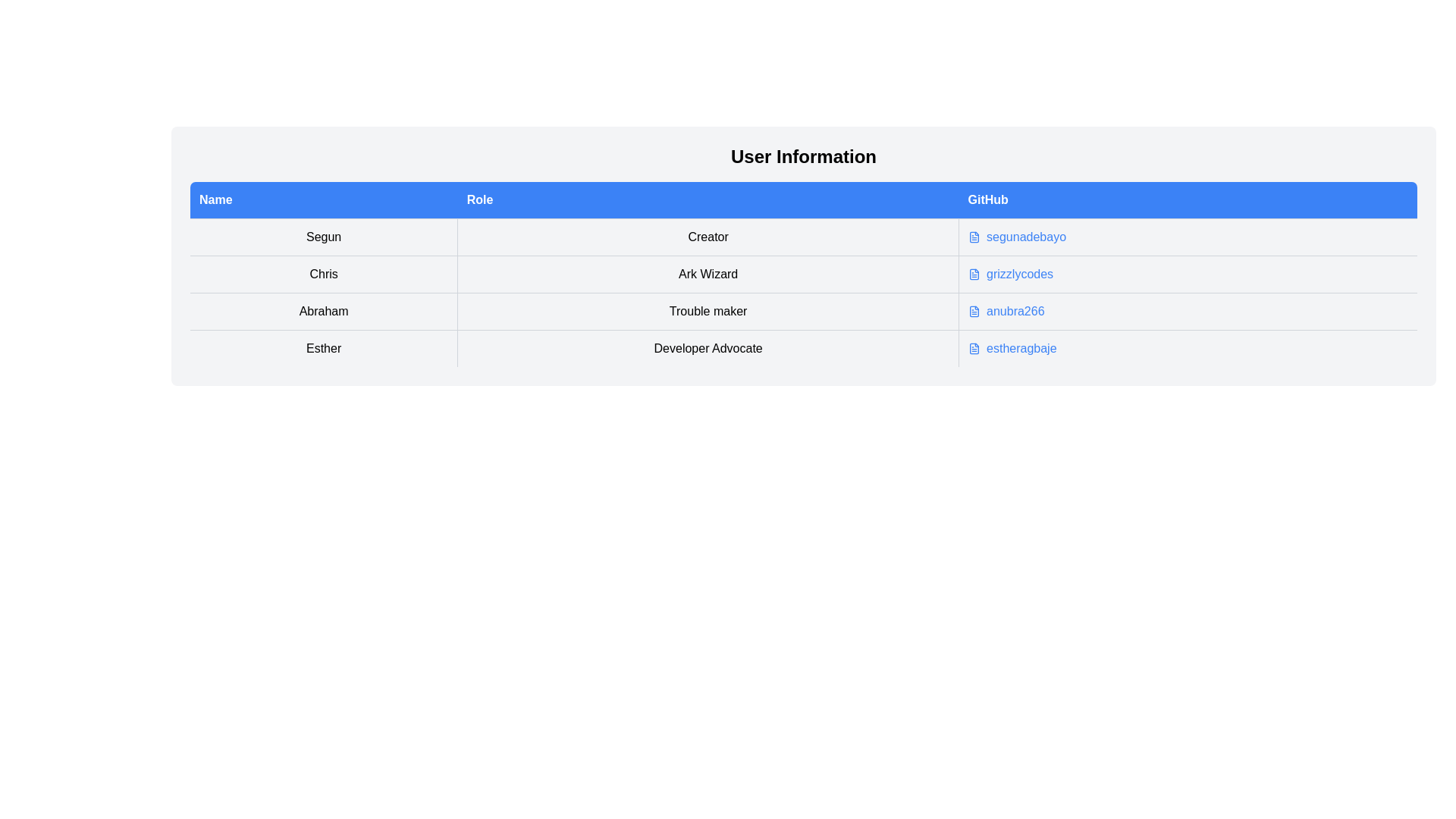  What do you see at coordinates (974, 237) in the screenshot?
I see `the GitHub icon located in the first row of the GitHub column, which is positioned to the immediate left of the text 'segunadebayo', to follow the link to the GitHub profile` at bounding box center [974, 237].